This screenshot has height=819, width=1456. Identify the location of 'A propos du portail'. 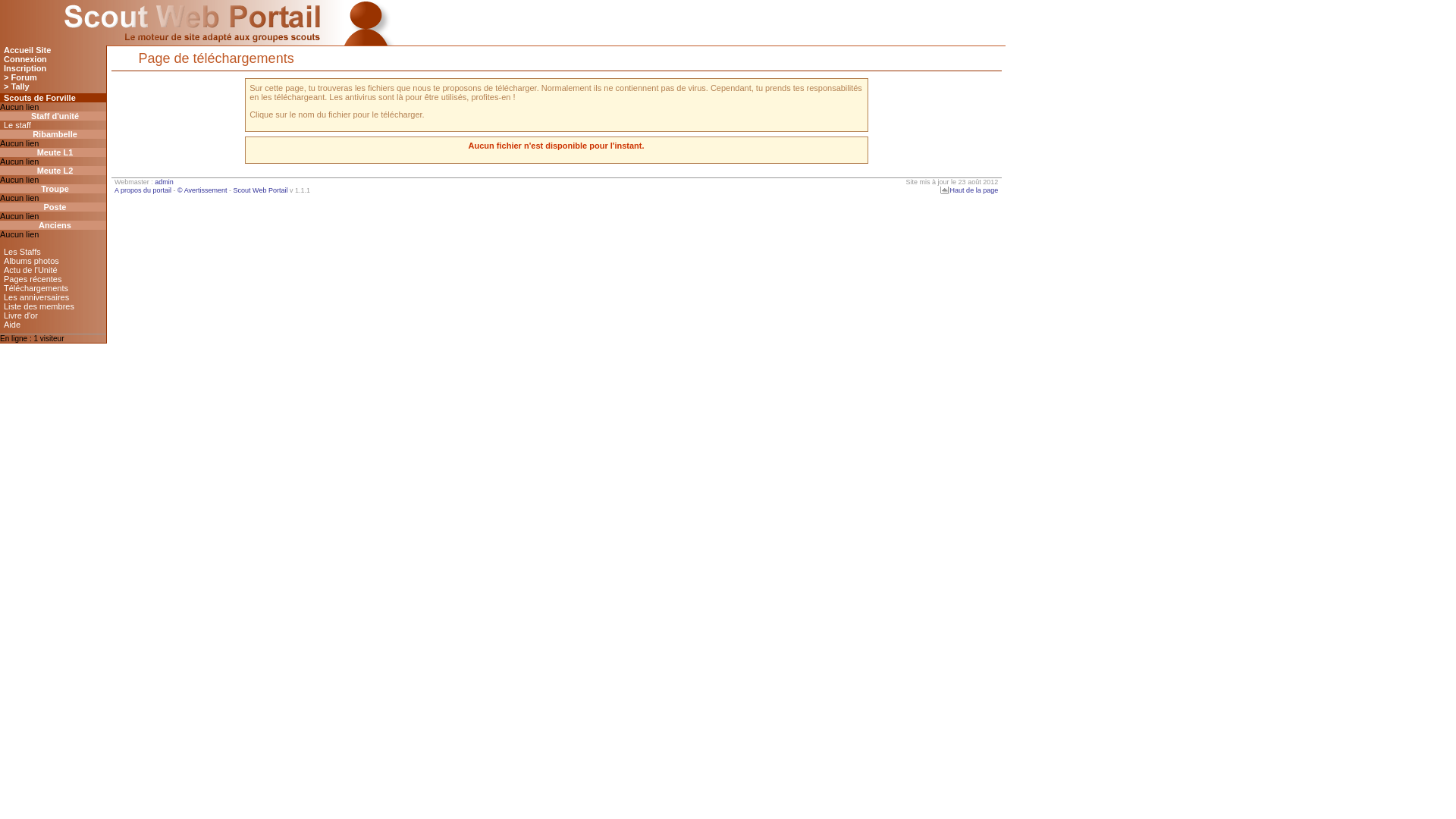
(143, 189).